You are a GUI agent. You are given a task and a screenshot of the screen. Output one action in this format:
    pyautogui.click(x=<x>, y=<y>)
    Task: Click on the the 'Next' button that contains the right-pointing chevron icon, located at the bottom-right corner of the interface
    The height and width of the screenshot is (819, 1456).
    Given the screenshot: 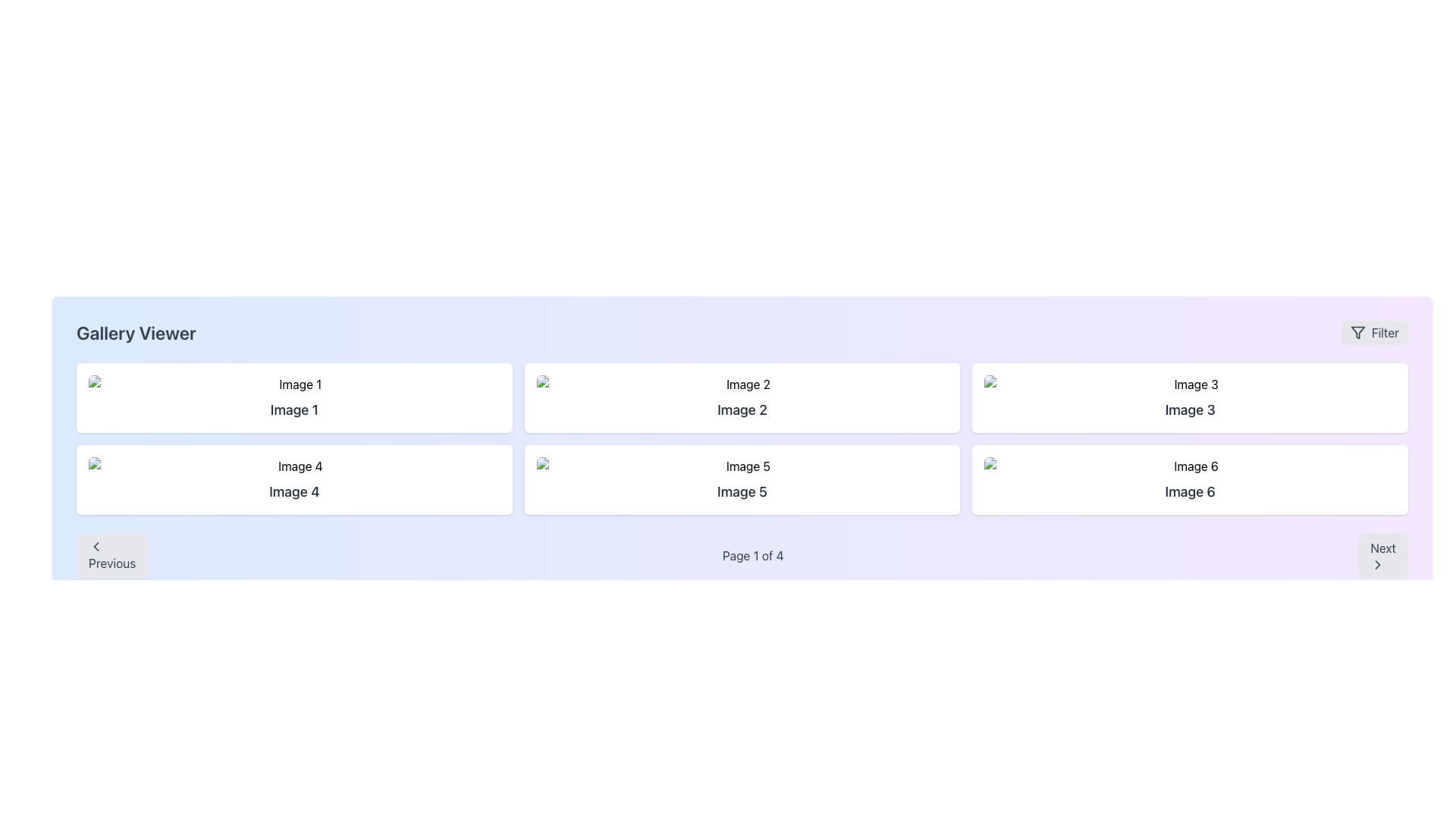 What is the action you would take?
    pyautogui.click(x=1378, y=564)
    